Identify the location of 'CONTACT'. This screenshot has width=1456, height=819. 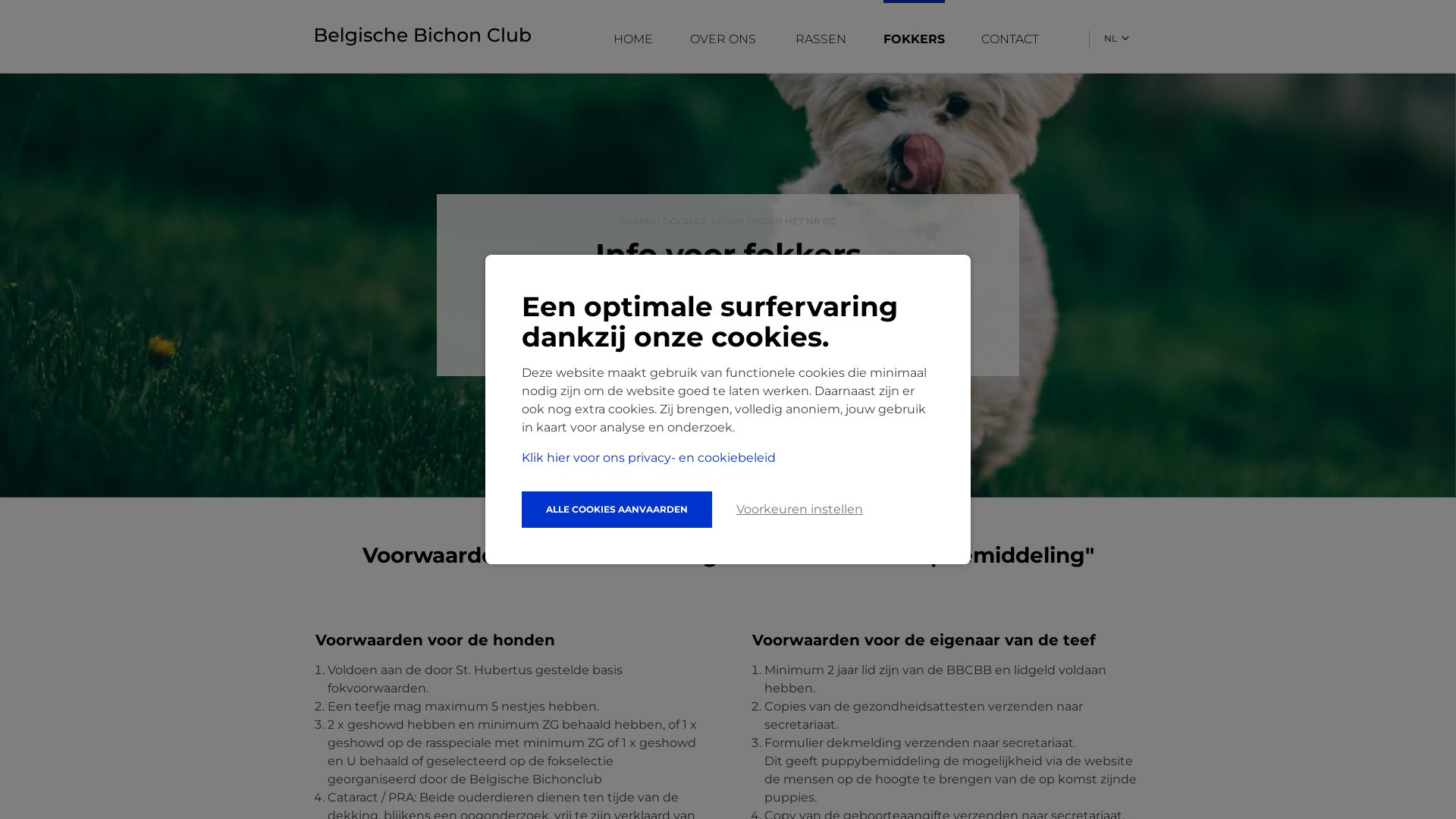
(1012, 38).